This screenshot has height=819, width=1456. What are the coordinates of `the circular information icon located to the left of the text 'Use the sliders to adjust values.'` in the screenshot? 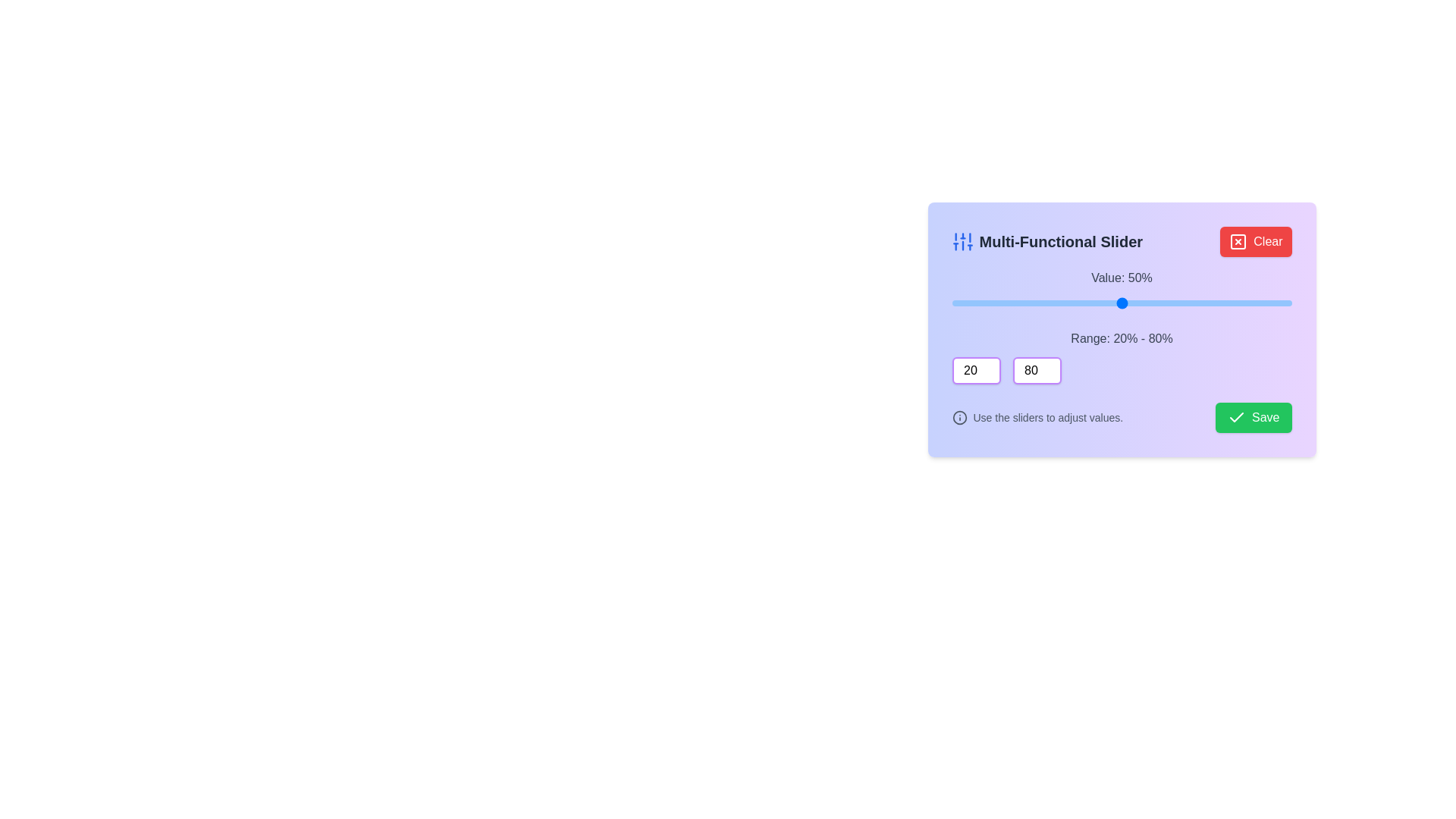 It's located at (959, 418).